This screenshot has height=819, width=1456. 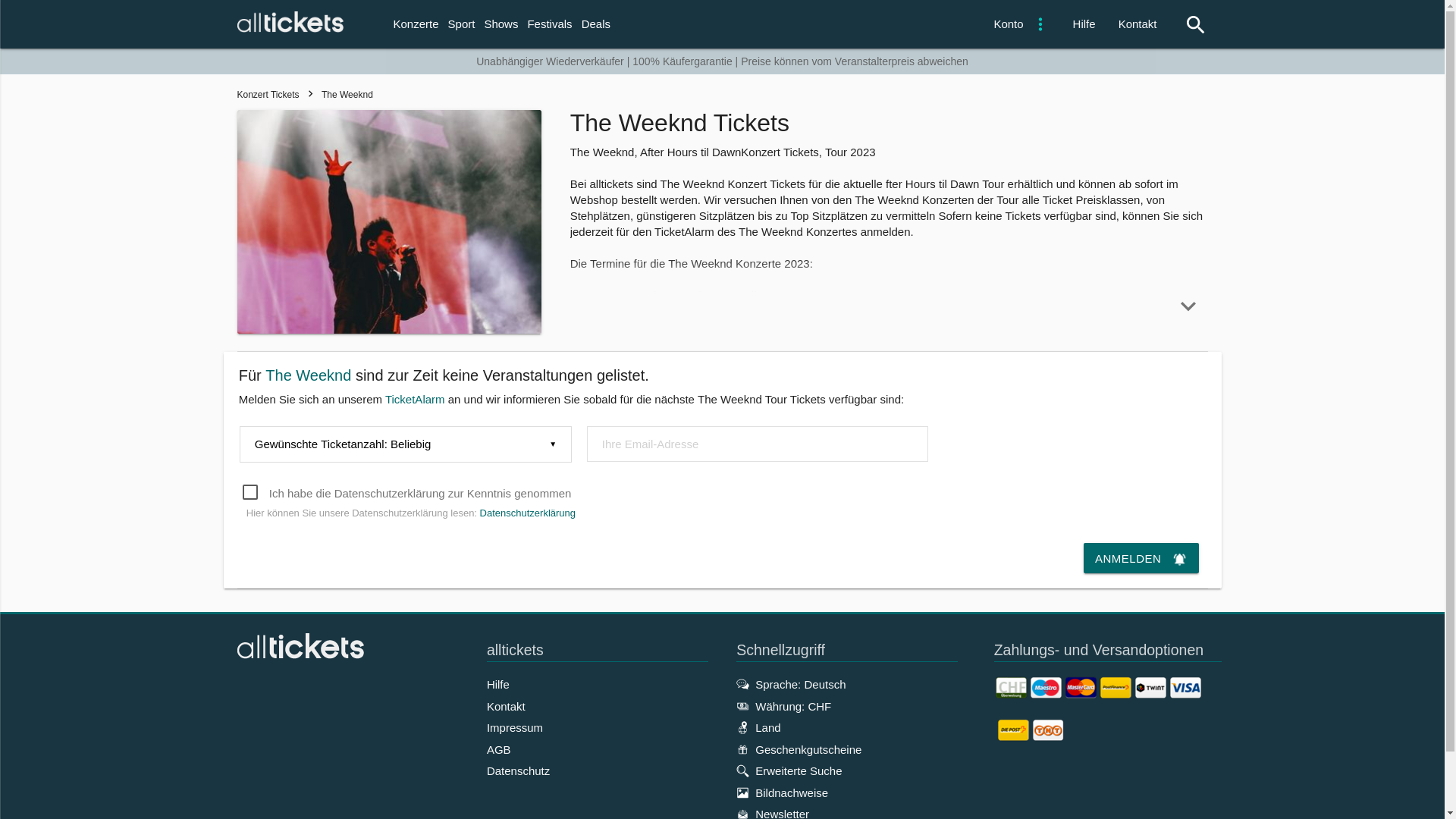 I want to click on 'Shows', so click(x=500, y=24).